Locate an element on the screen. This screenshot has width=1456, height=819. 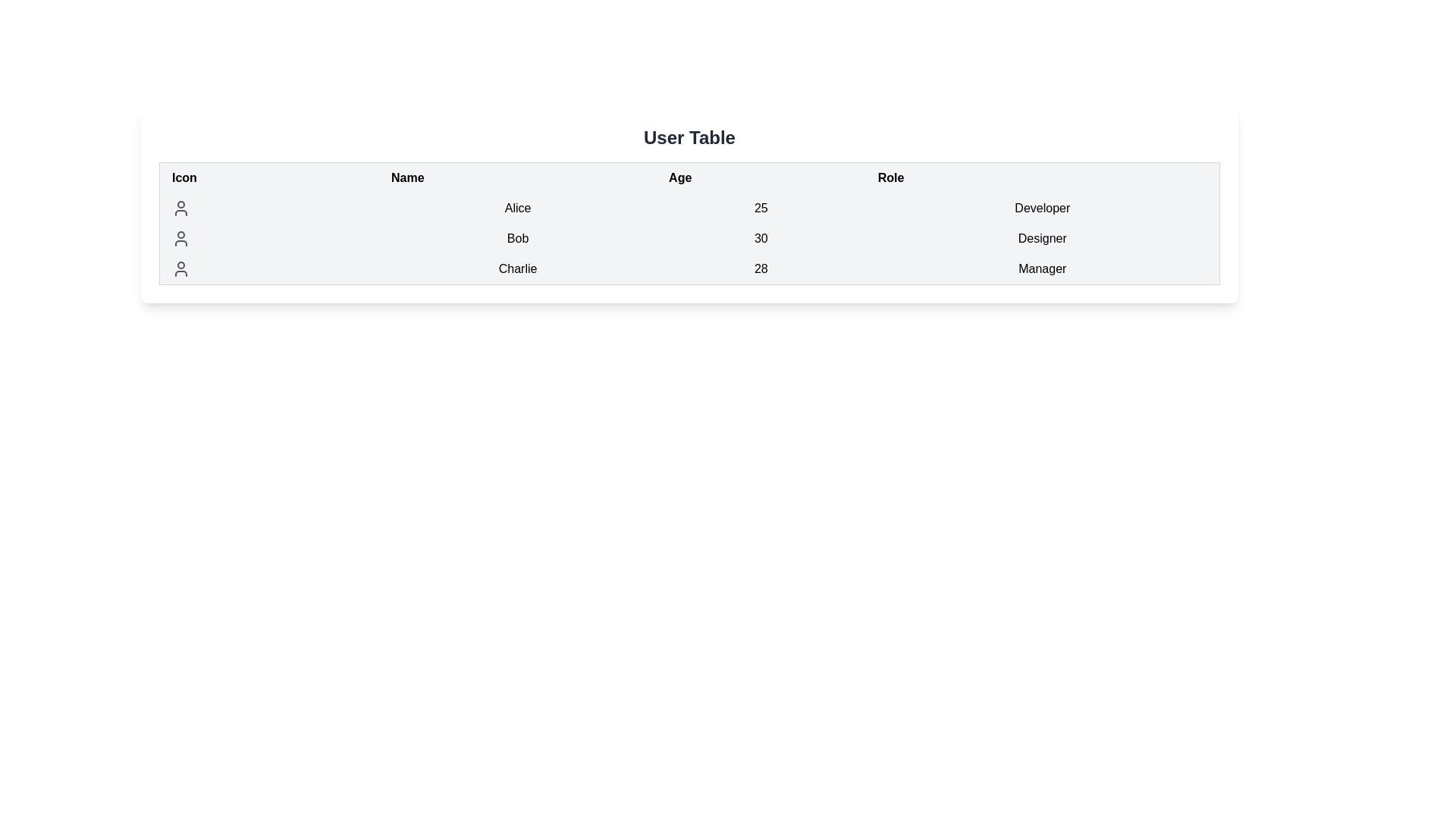
the text label 'Charlie' in the third row's 'Name' column of the user table is located at coordinates (518, 268).